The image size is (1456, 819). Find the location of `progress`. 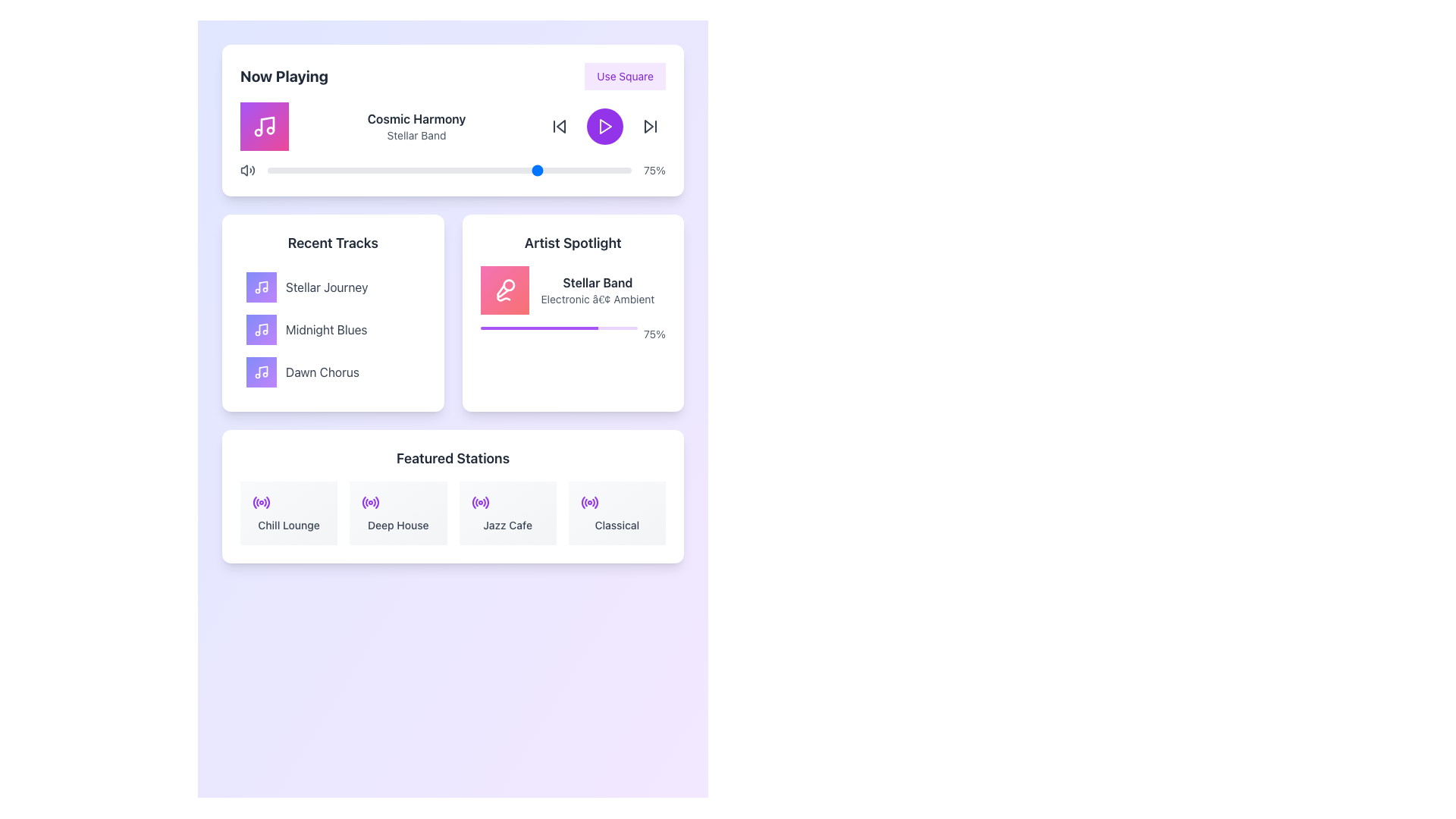

progress is located at coordinates (537, 327).